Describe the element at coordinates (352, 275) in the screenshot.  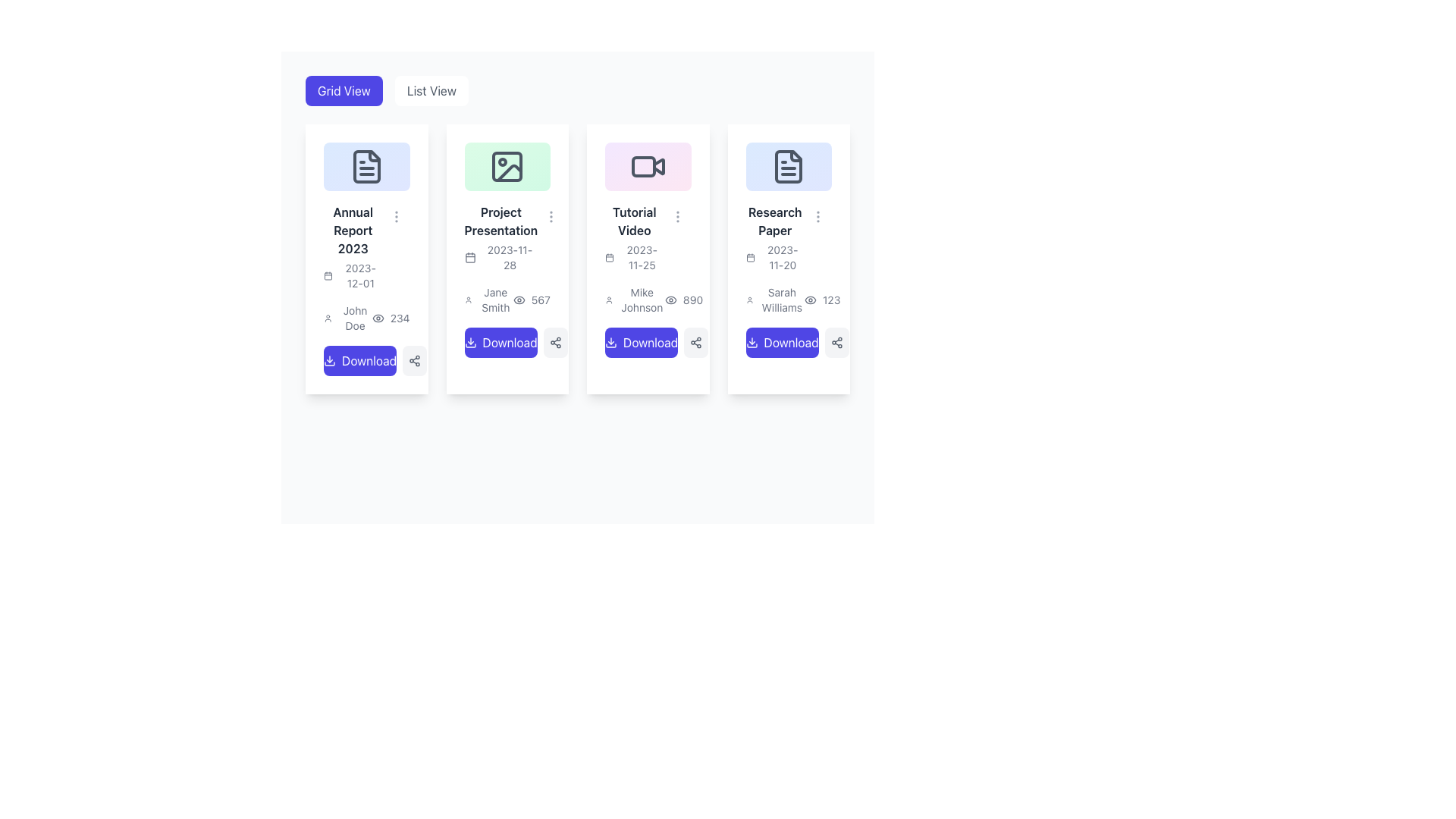
I see `the text '2023-12-01' displayed in a small, gray font, which is positioned next to a calendar icon, located below the title 'Annual Report 2023' and above the author and statistics information` at that location.